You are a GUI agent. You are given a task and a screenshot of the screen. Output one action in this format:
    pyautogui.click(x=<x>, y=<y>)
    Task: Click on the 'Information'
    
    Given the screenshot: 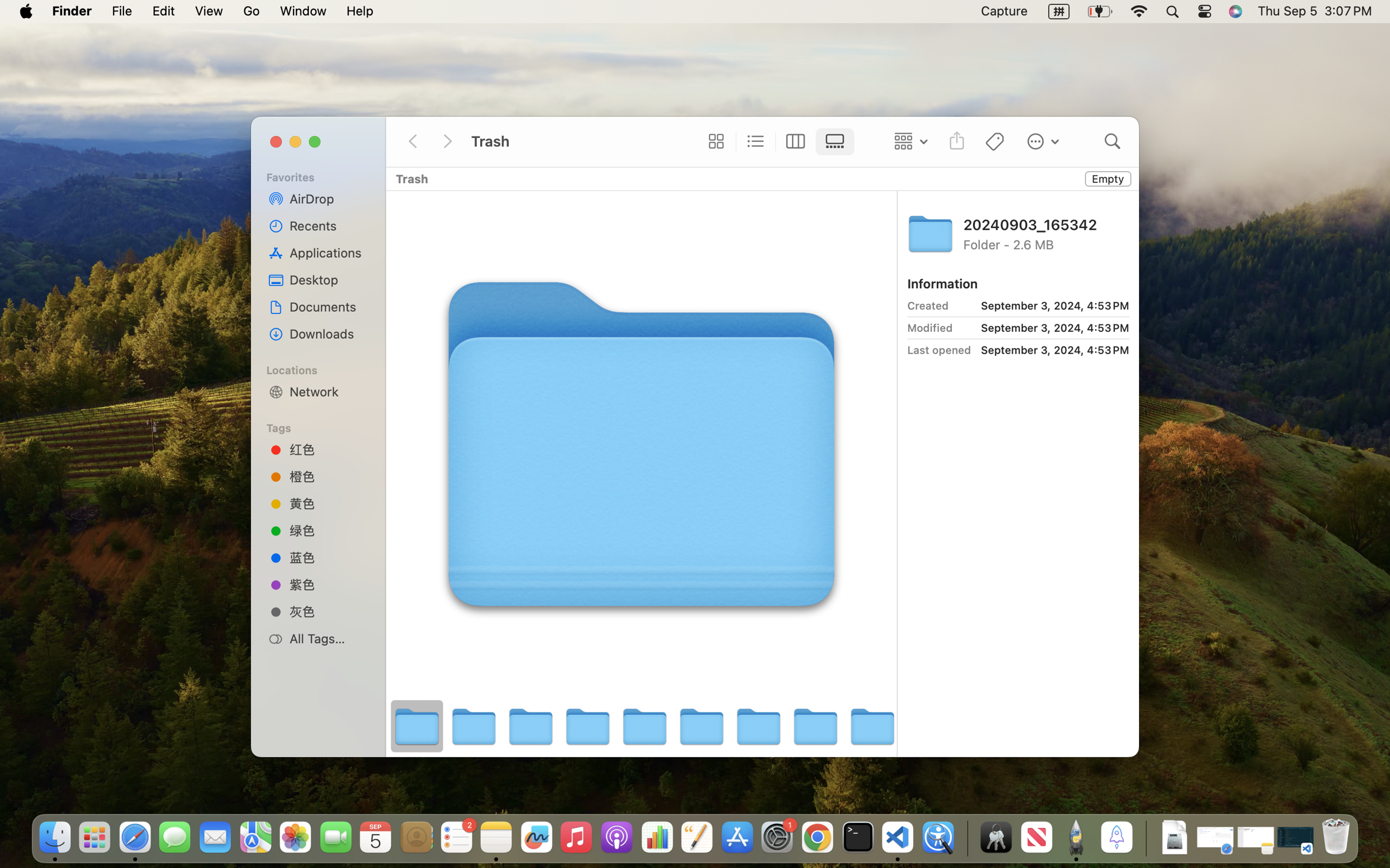 What is the action you would take?
    pyautogui.click(x=941, y=284)
    